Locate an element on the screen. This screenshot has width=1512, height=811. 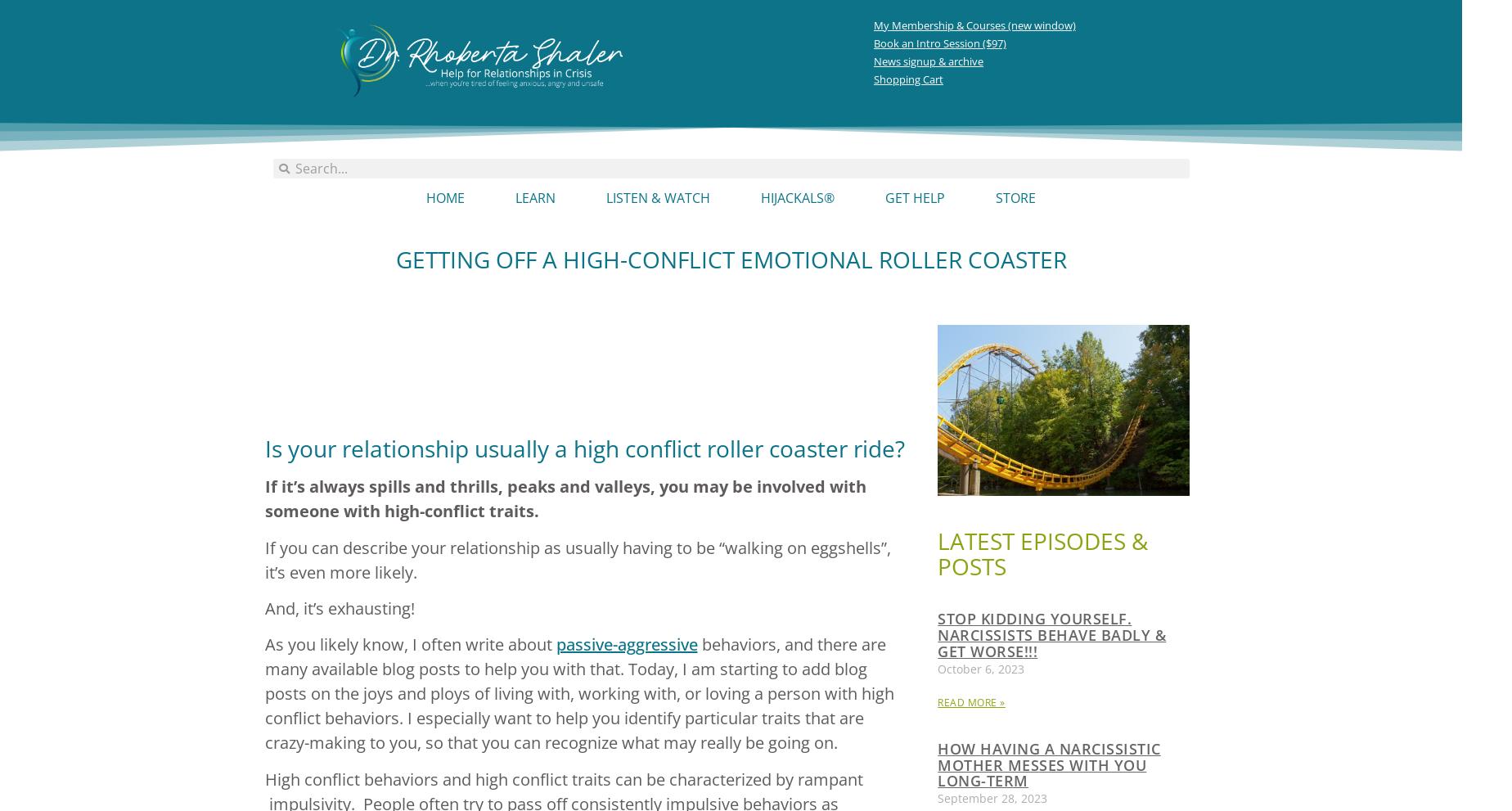
'Read More »' is located at coordinates (937, 701).